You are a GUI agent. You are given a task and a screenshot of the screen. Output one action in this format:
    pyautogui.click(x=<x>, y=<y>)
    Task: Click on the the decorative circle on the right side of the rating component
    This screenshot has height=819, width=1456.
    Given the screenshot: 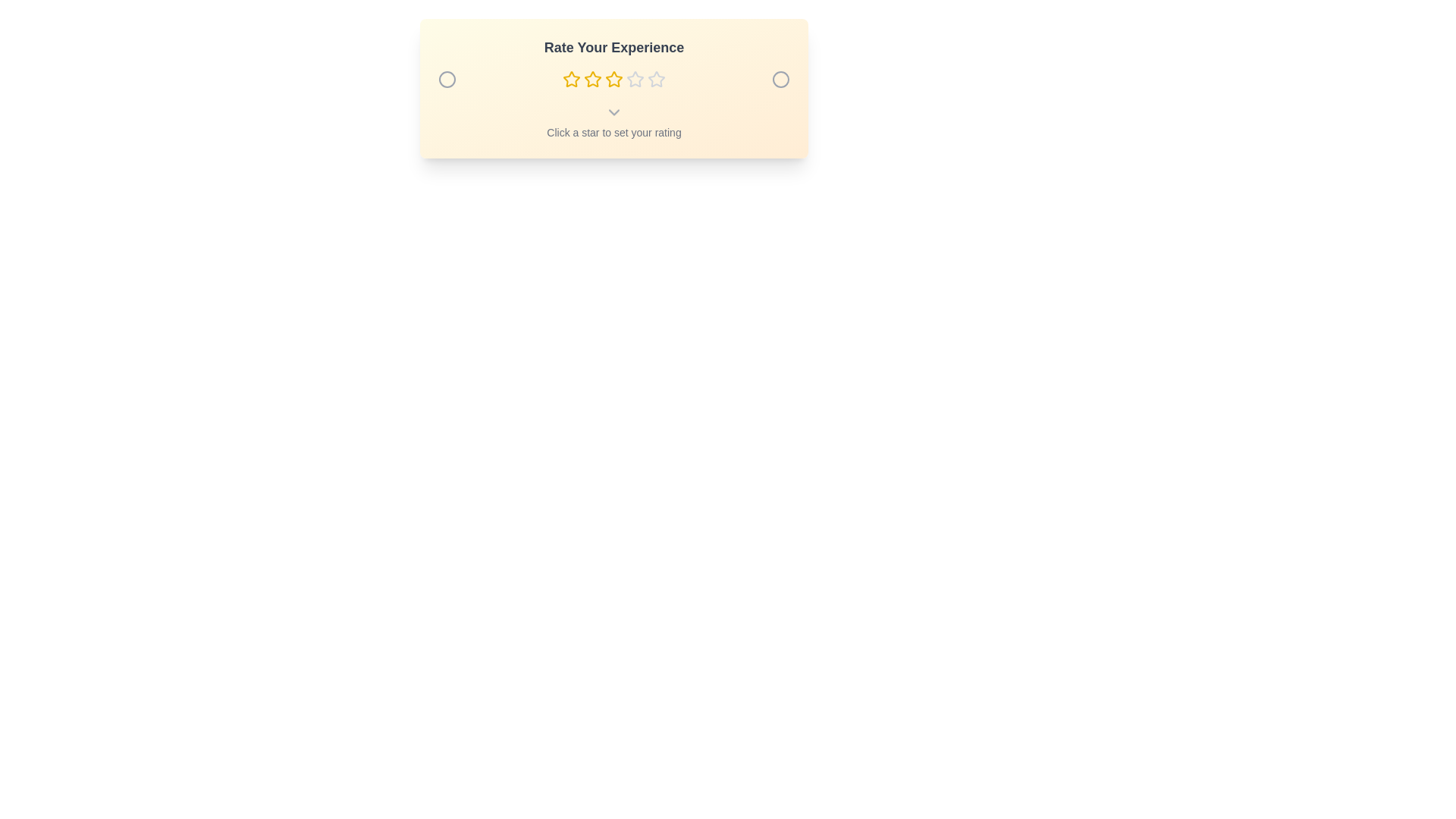 What is the action you would take?
    pyautogui.click(x=781, y=79)
    